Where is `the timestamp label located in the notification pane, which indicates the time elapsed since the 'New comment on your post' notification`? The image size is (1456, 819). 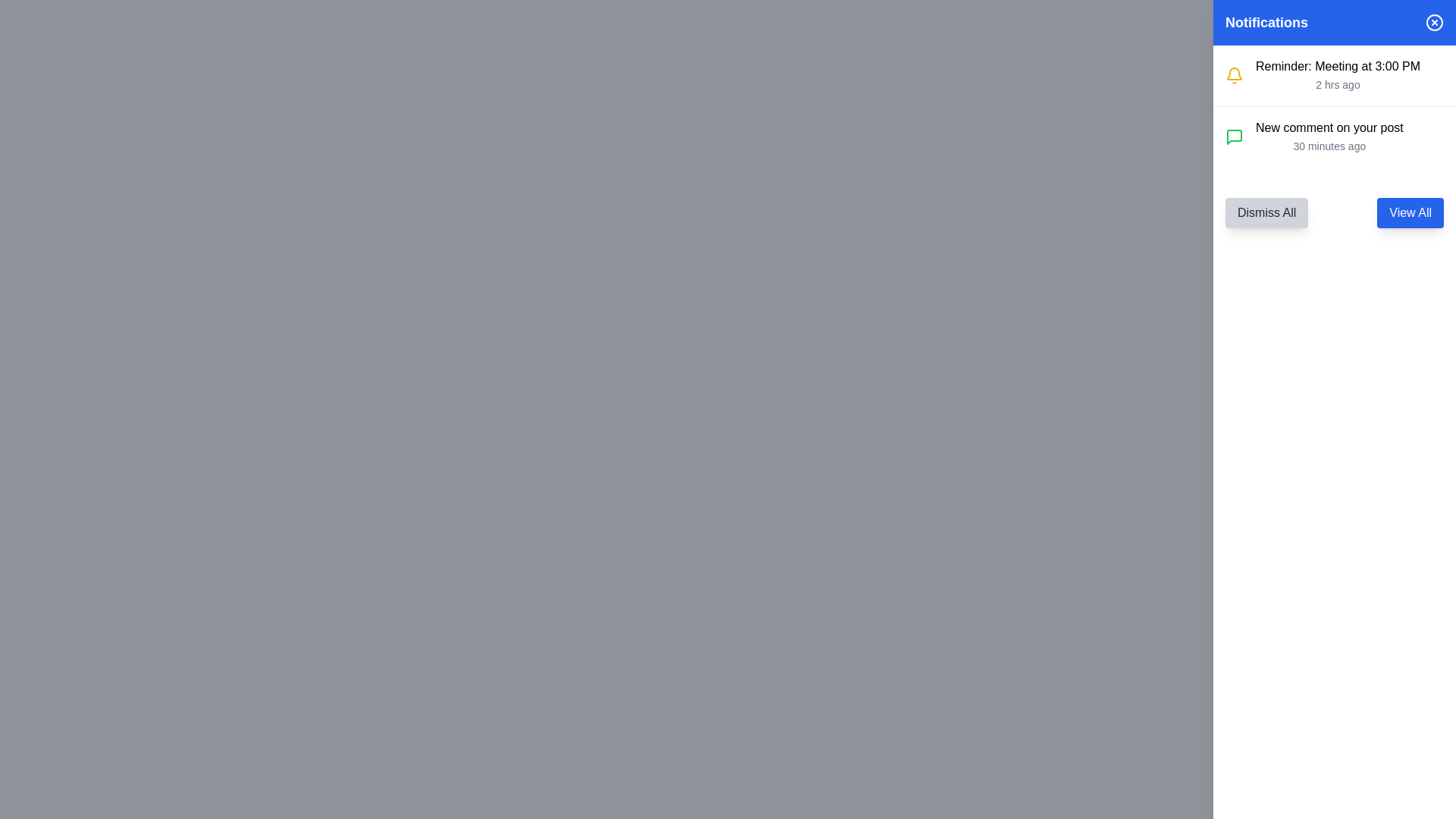 the timestamp label located in the notification pane, which indicates the time elapsed since the 'New comment on your post' notification is located at coordinates (1329, 146).